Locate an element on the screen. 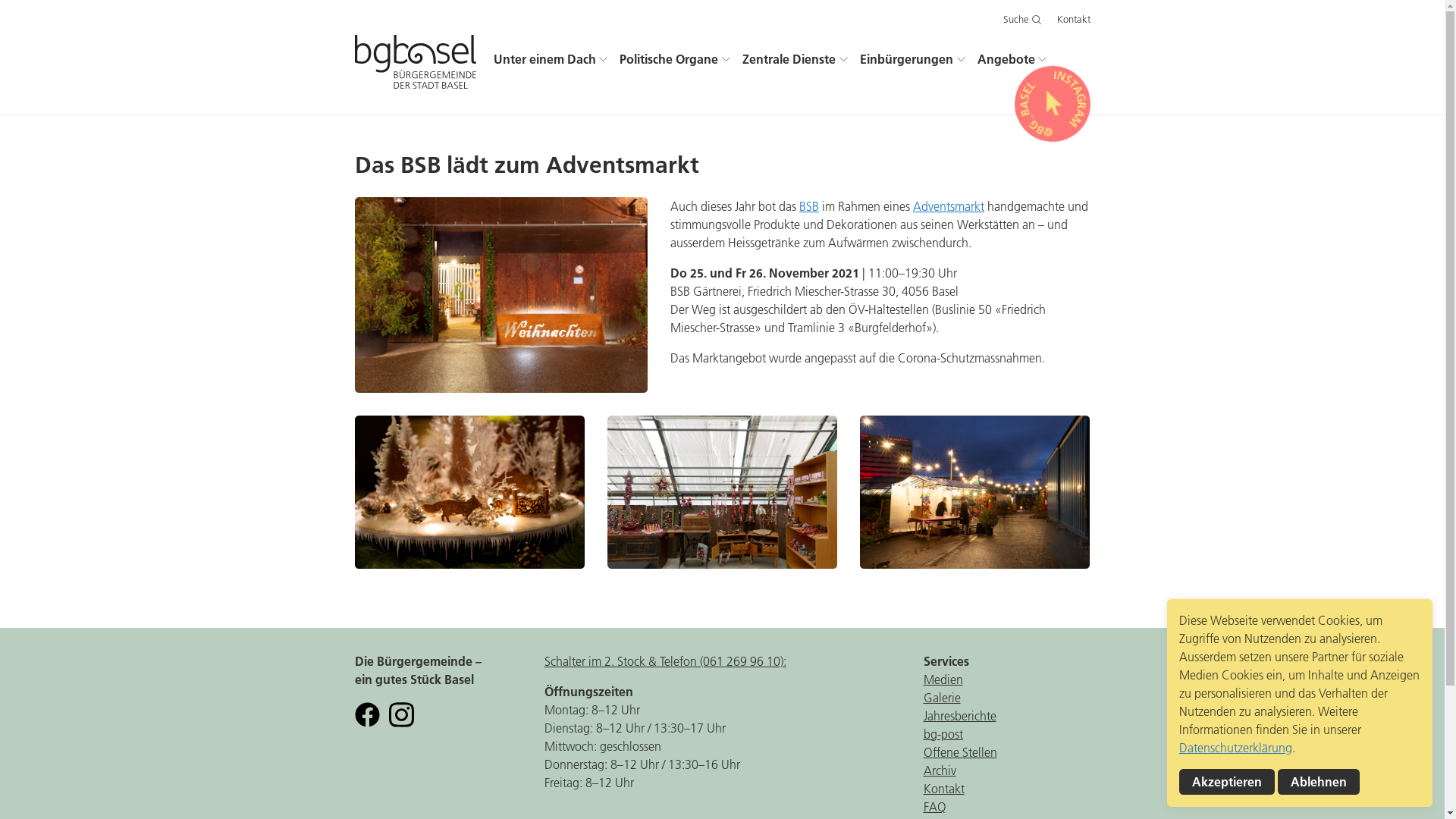  'adventsmarkt-bsb-2.jpg' is located at coordinates (721, 491).